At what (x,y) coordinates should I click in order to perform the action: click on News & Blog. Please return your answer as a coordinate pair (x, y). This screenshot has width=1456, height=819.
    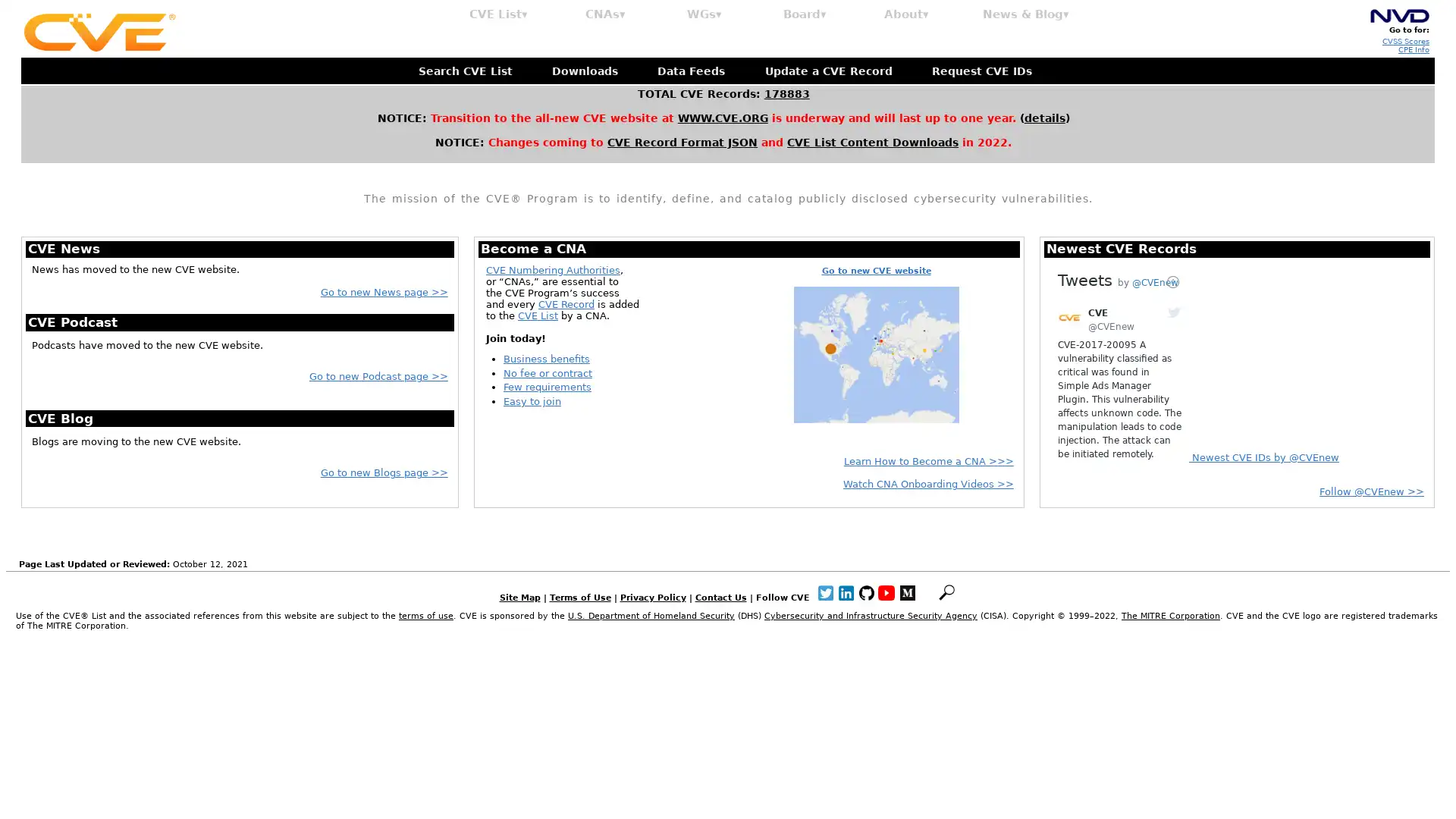
    Looking at the image, I should click on (1026, 14).